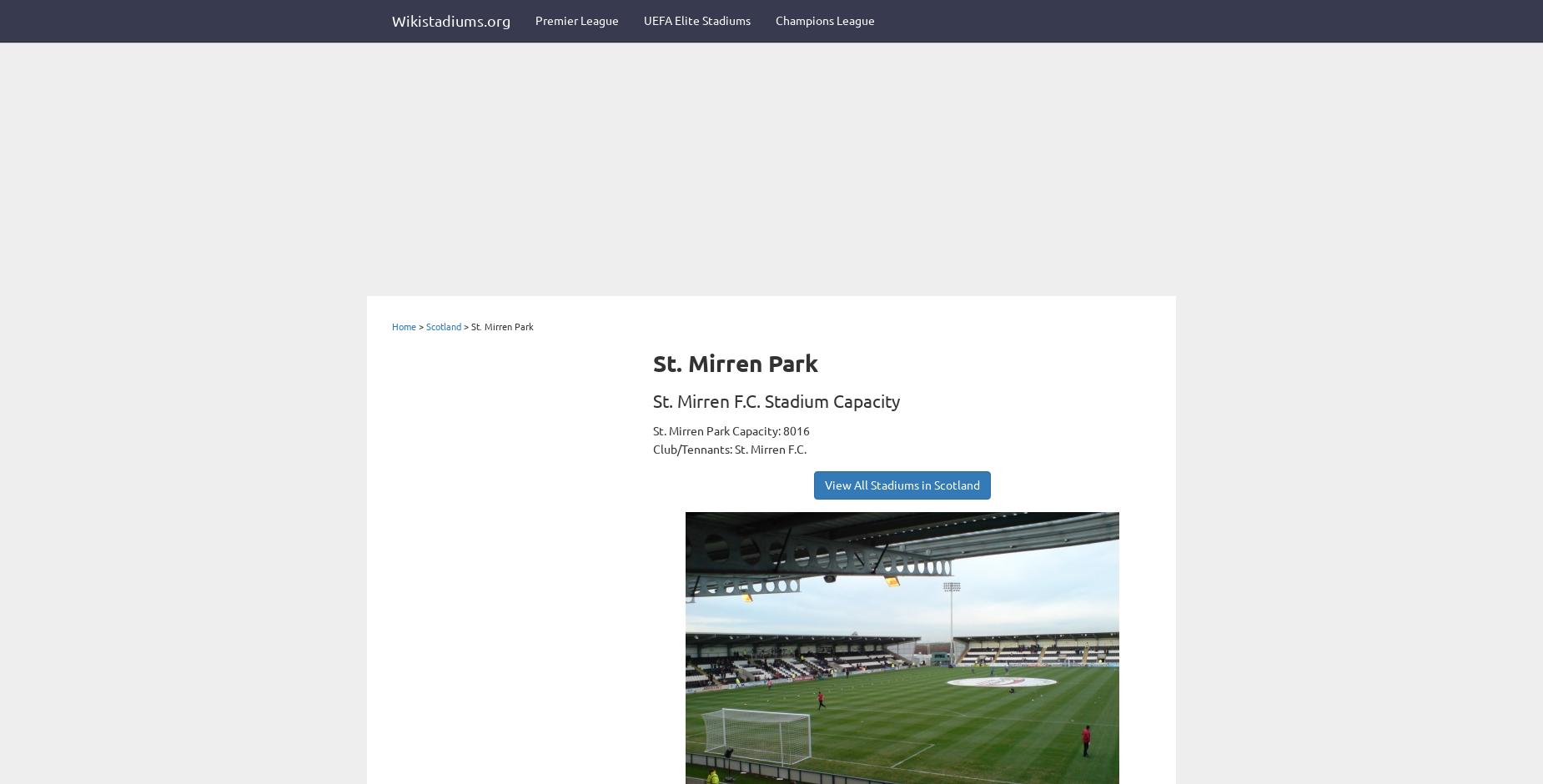 The image size is (1543, 784). Describe the element at coordinates (425, 325) in the screenshot. I see `'Scotland'` at that location.